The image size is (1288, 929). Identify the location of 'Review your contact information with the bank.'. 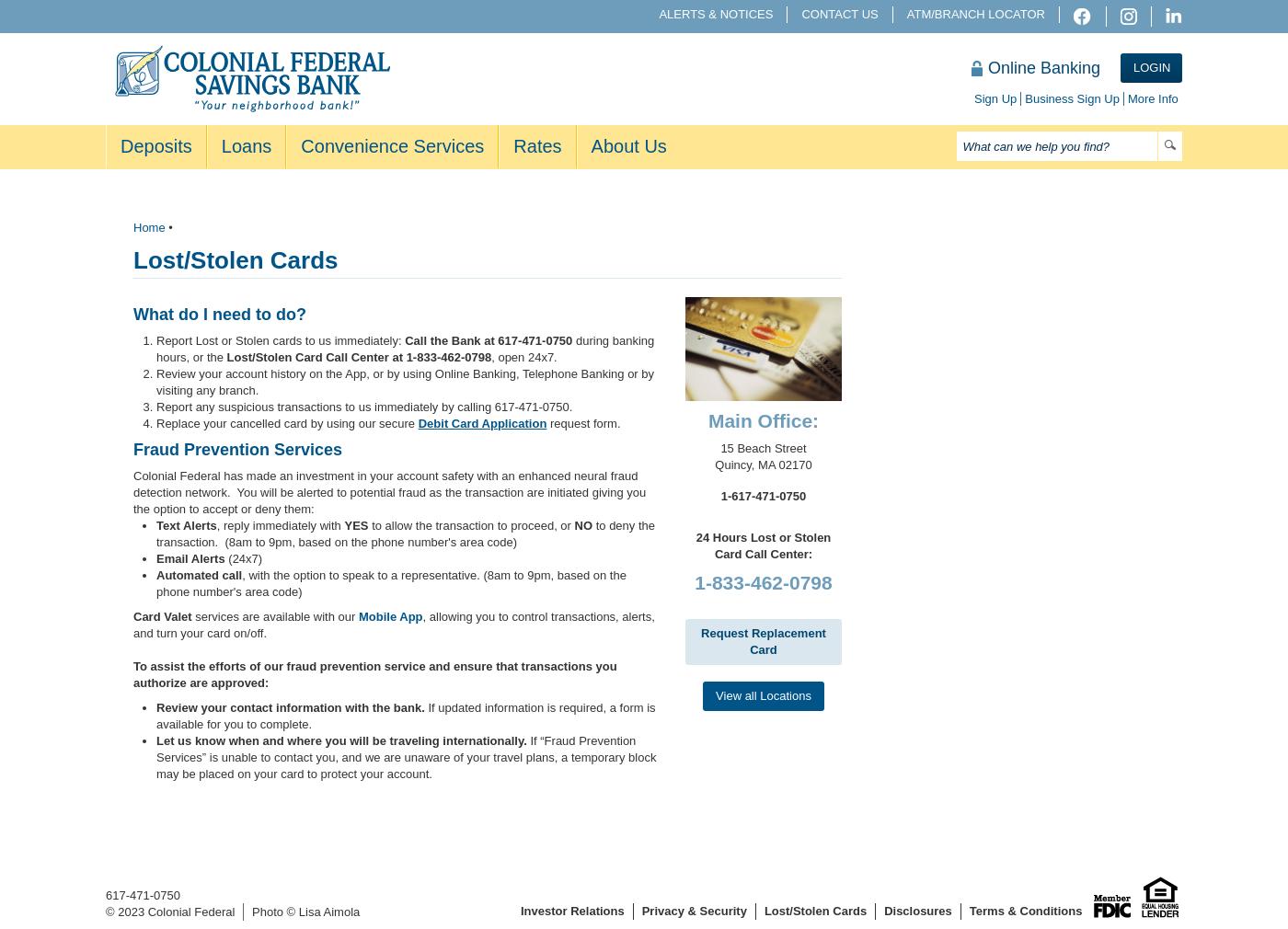
(155, 707).